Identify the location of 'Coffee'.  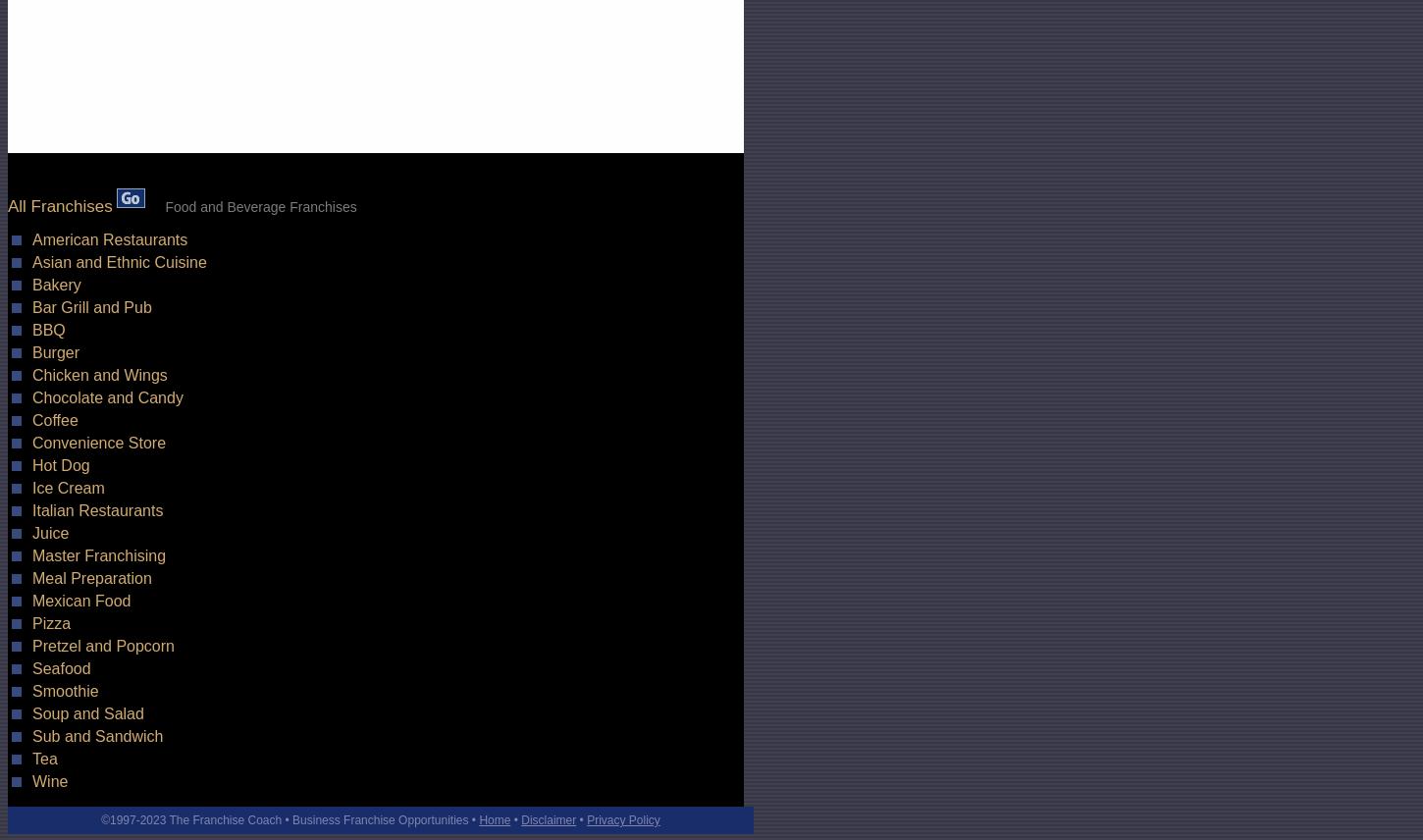
(54, 420).